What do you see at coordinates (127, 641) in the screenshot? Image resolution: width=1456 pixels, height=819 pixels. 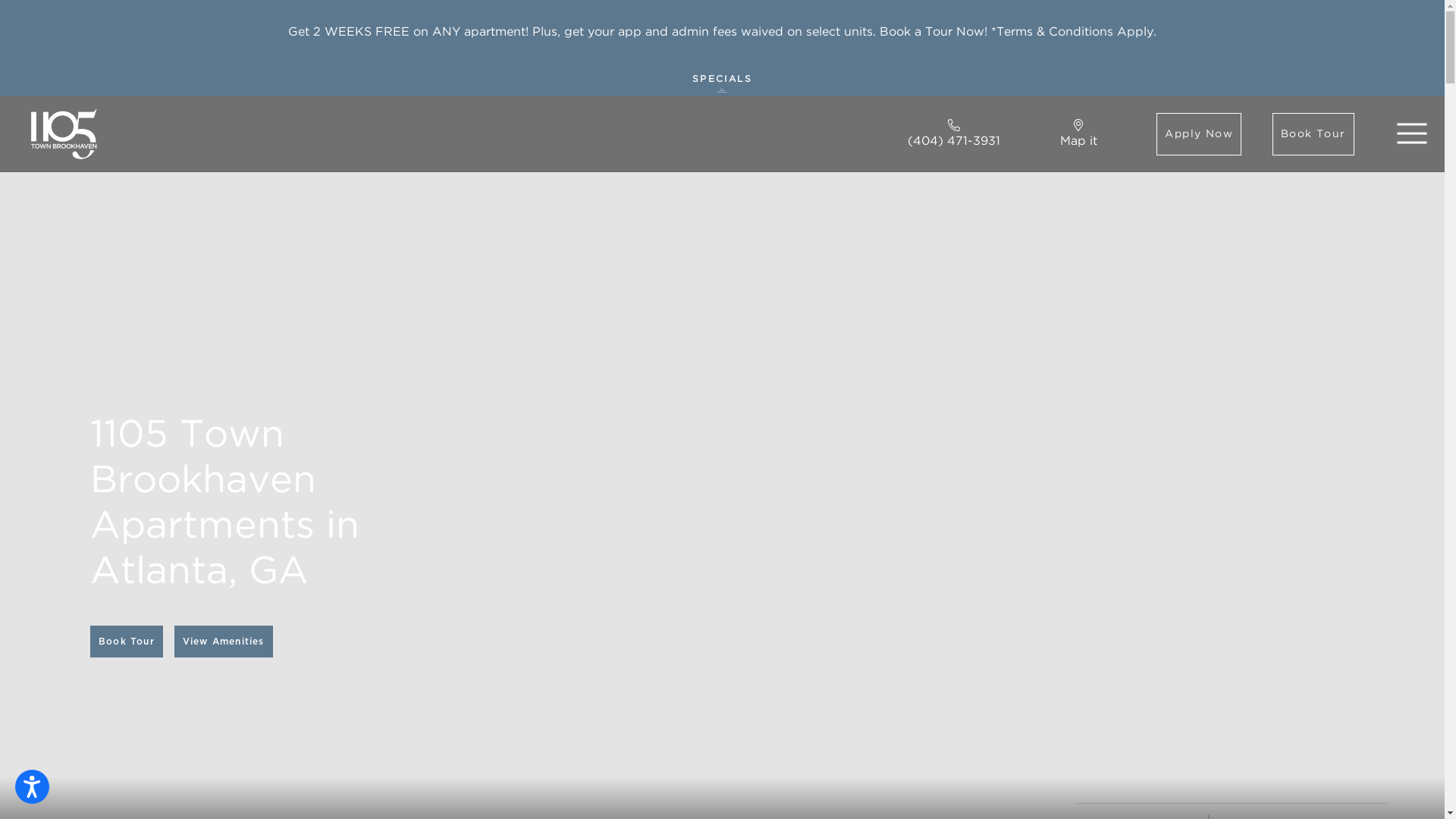 I see `'Book Tour'` at bounding box center [127, 641].